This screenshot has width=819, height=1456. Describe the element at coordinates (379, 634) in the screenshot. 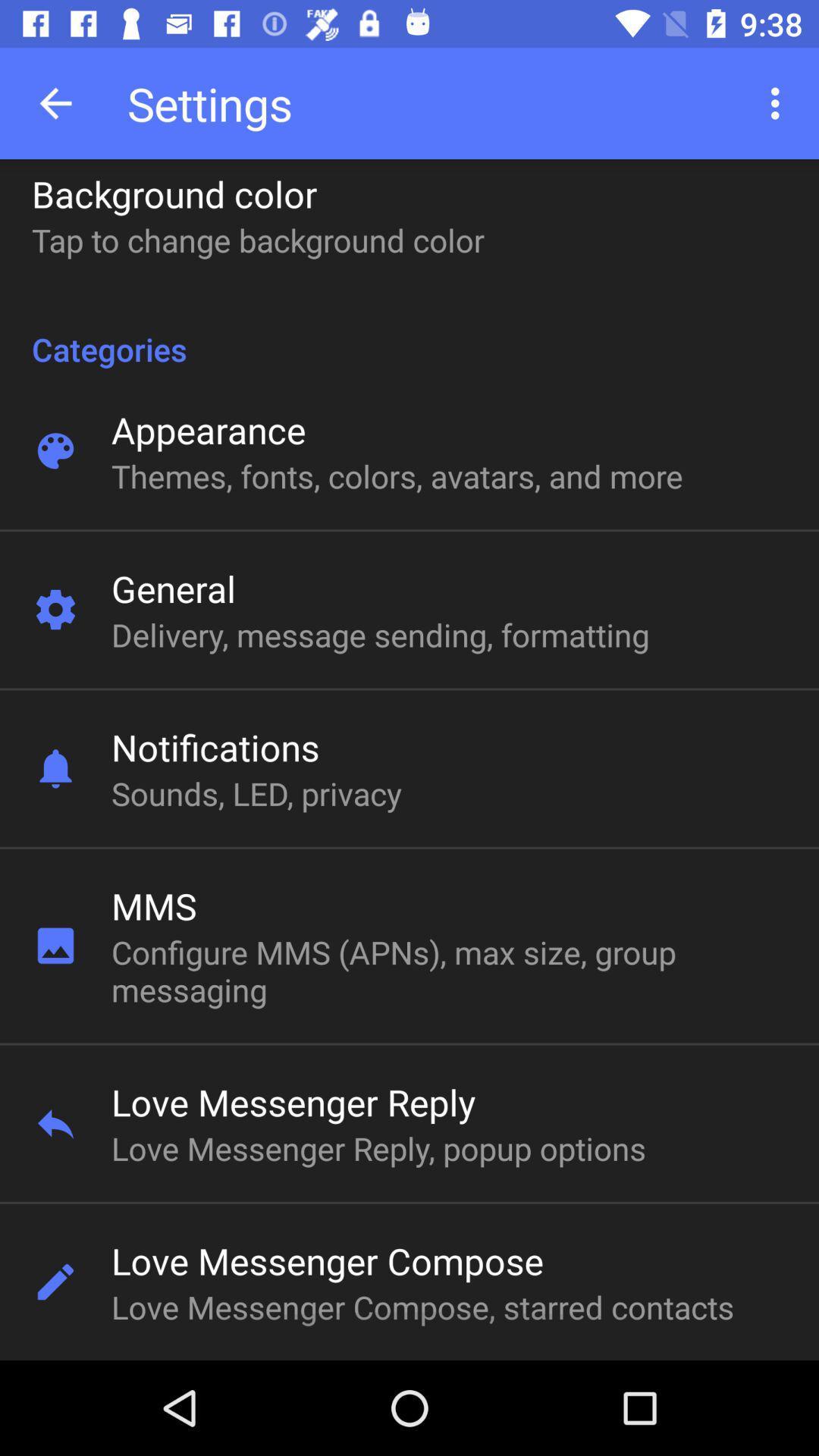

I see `icon at the center` at that location.